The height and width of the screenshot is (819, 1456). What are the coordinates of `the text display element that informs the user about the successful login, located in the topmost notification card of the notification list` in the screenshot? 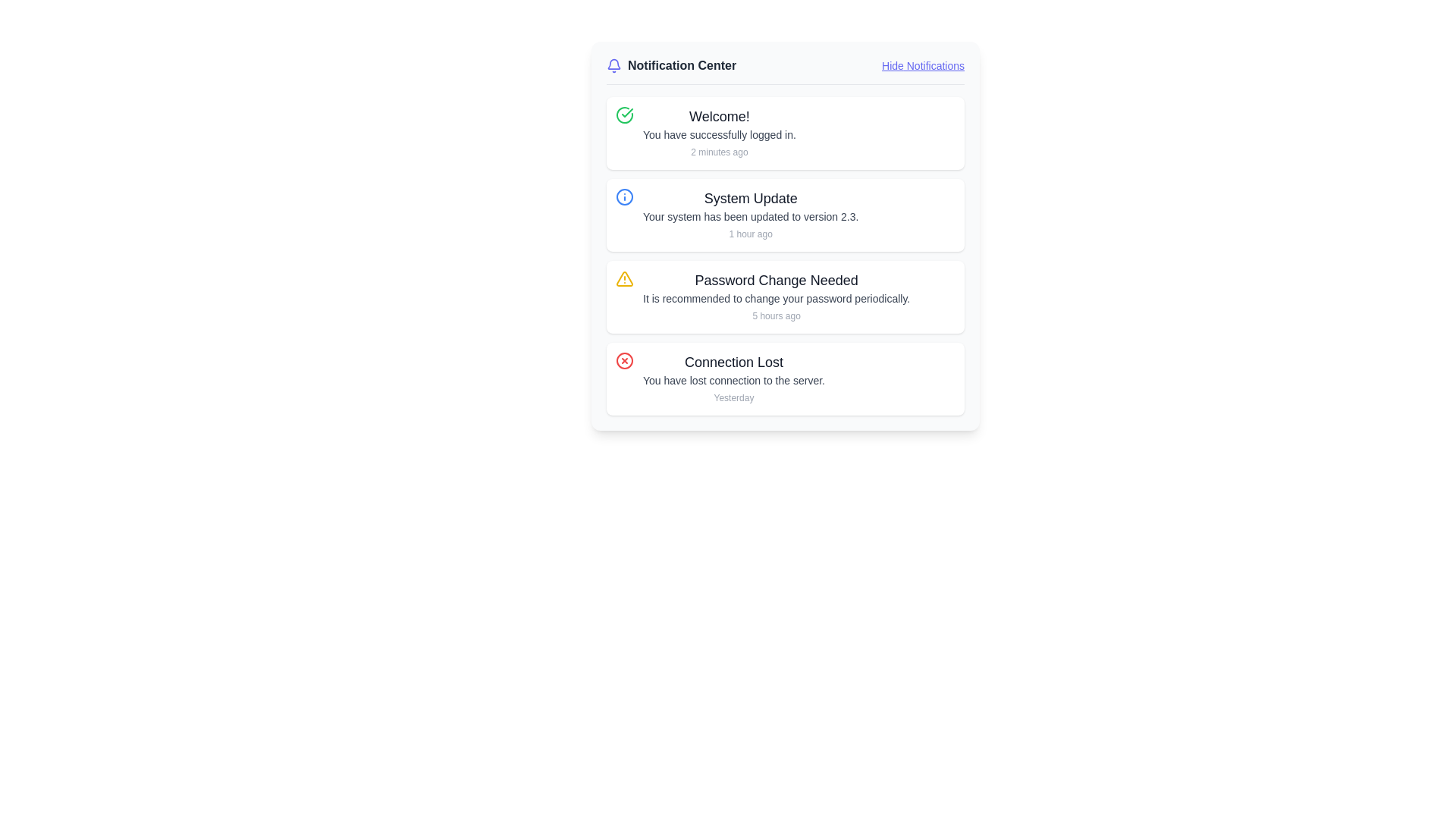 It's located at (718, 133).